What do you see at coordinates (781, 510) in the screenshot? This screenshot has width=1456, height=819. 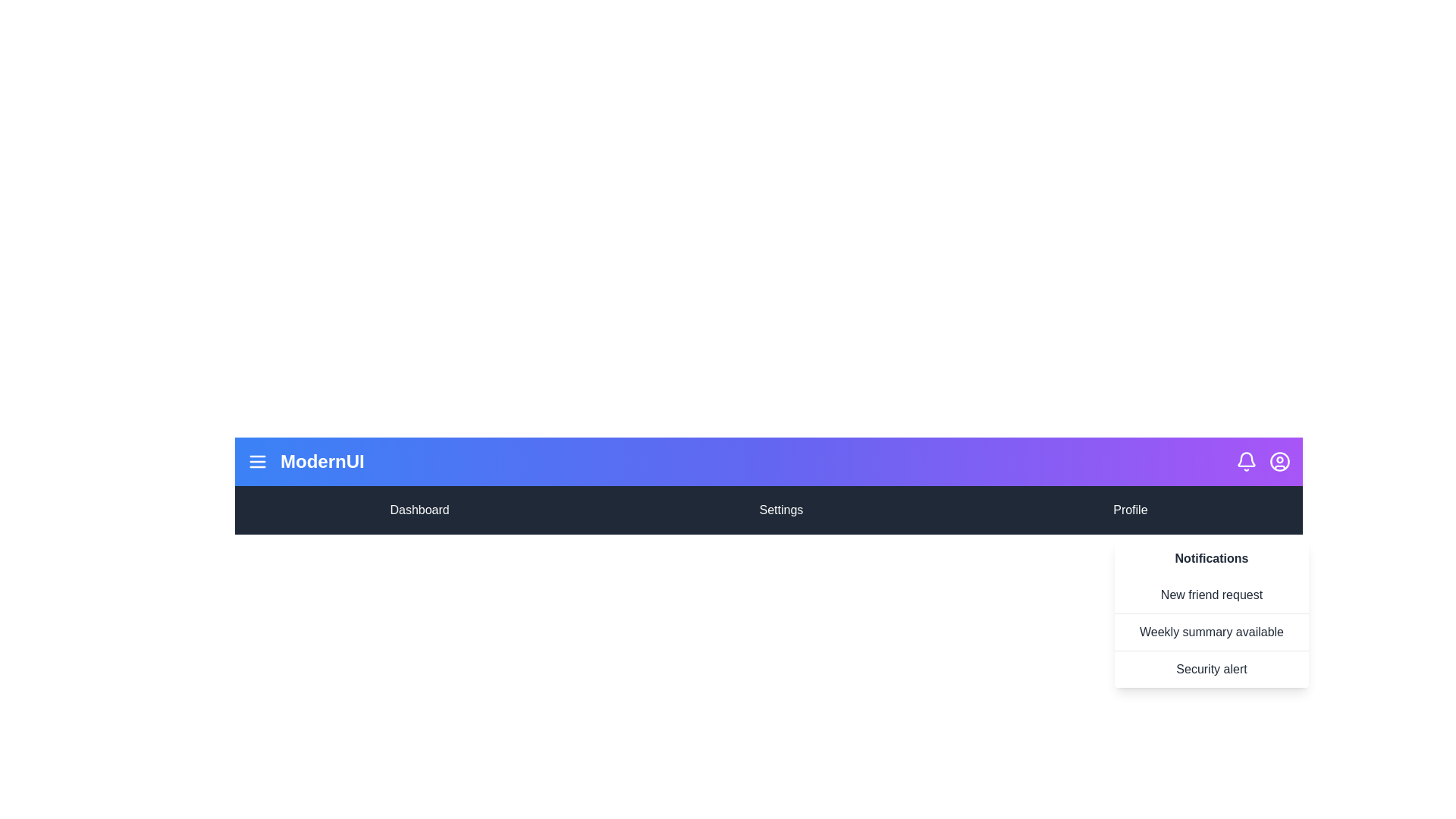 I see `the menu item Settings to select it` at bounding box center [781, 510].